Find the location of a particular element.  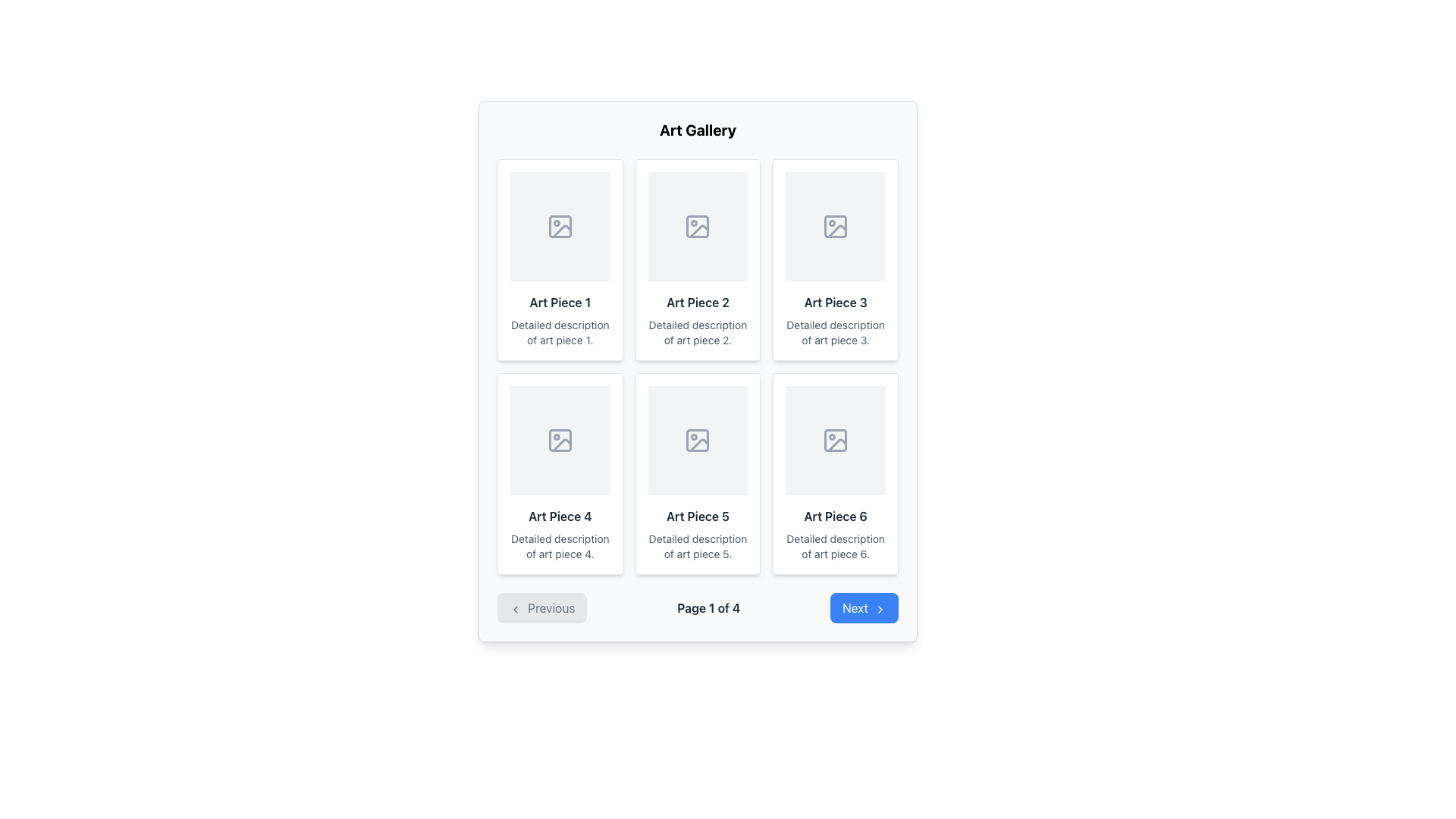

the text block containing the phrase 'Detailed description of art piece 3' styled in light gray font, located below the title 'Art Piece 3' in the third column of a grid layout is located at coordinates (835, 332).